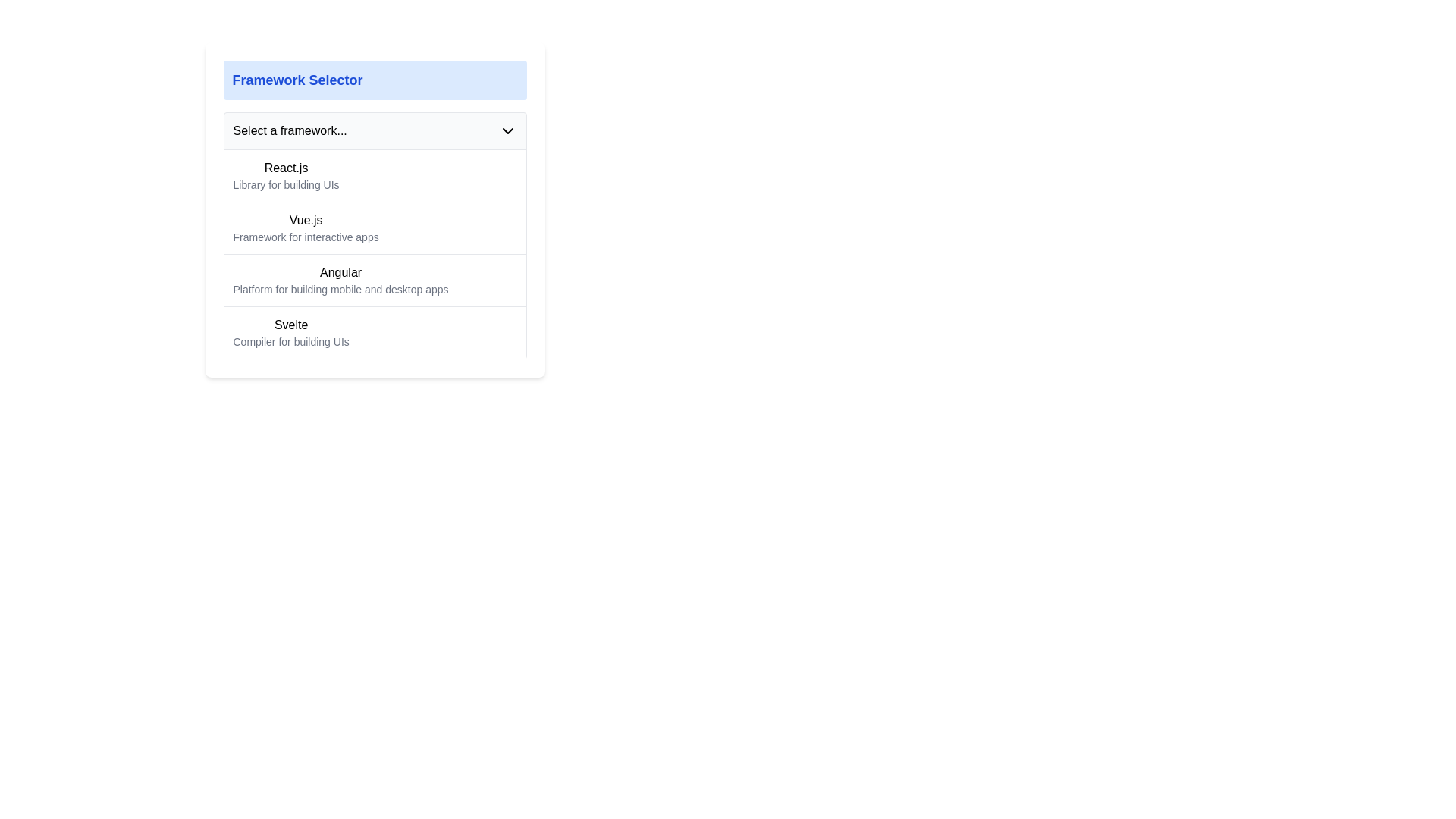 This screenshot has height=819, width=1456. Describe the element at coordinates (340, 271) in the screenshot. I see `the 'Angular' text label` at that location.